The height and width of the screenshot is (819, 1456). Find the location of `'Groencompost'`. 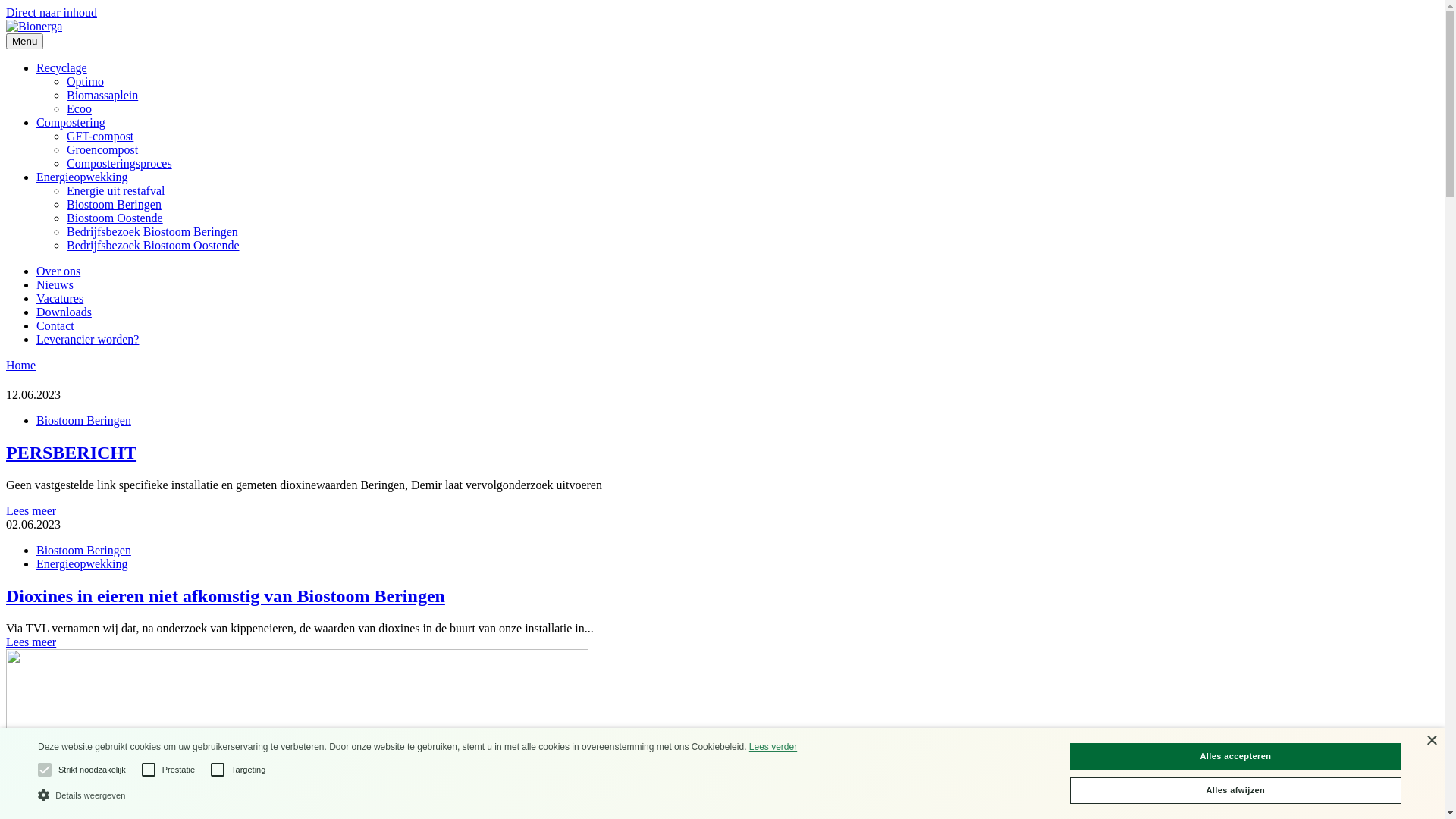

'Groencompost' is located at coordinates (101, 149).